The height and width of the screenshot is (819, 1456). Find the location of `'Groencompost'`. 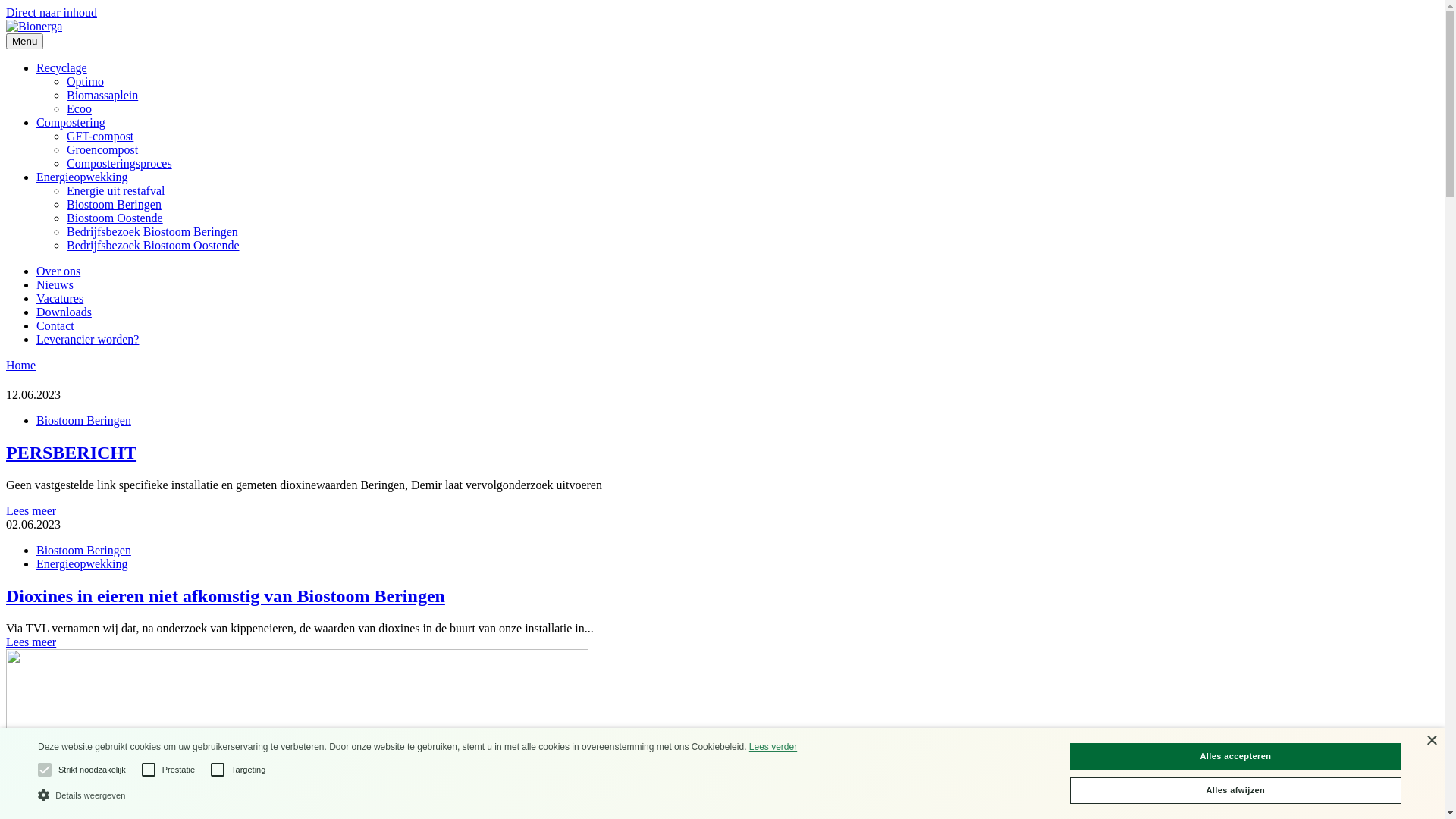

'Groencompost' is located at coordinates (101, 149).